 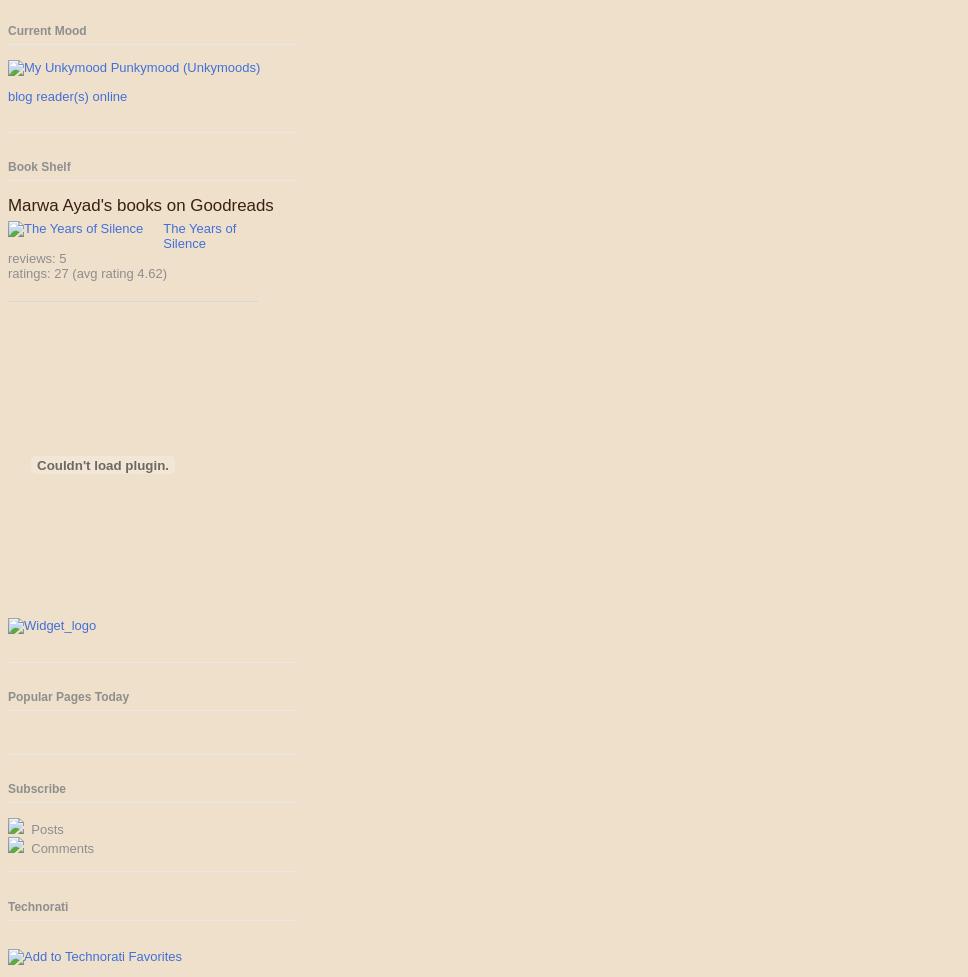 What do you see at coordinates (46, 29) in the screenshot?
I see `'Current Mood'` at bounding box center [46, 29].